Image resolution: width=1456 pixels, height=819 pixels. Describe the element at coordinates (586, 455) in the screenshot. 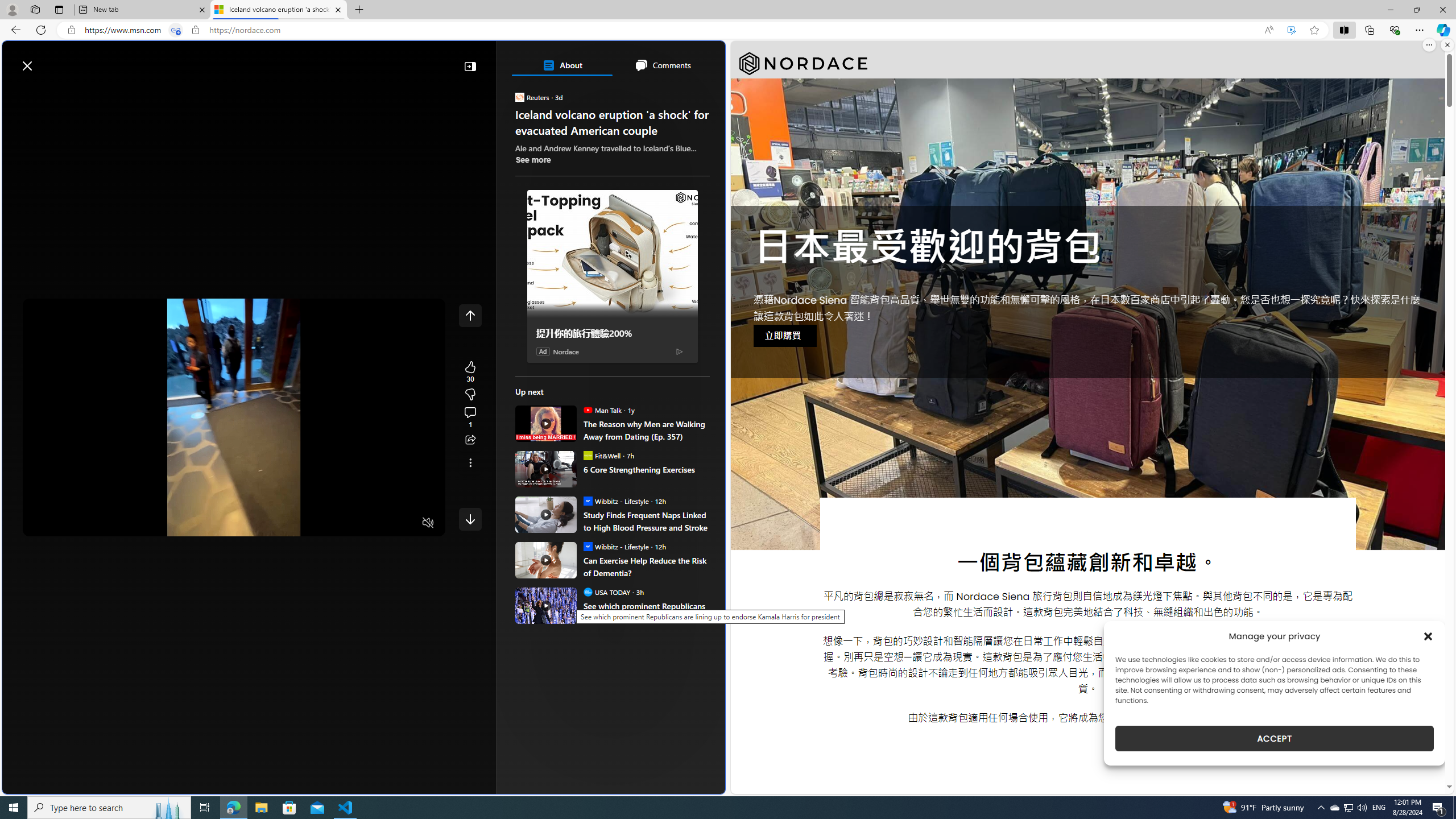

I see `'Fit&Well'` at that location.